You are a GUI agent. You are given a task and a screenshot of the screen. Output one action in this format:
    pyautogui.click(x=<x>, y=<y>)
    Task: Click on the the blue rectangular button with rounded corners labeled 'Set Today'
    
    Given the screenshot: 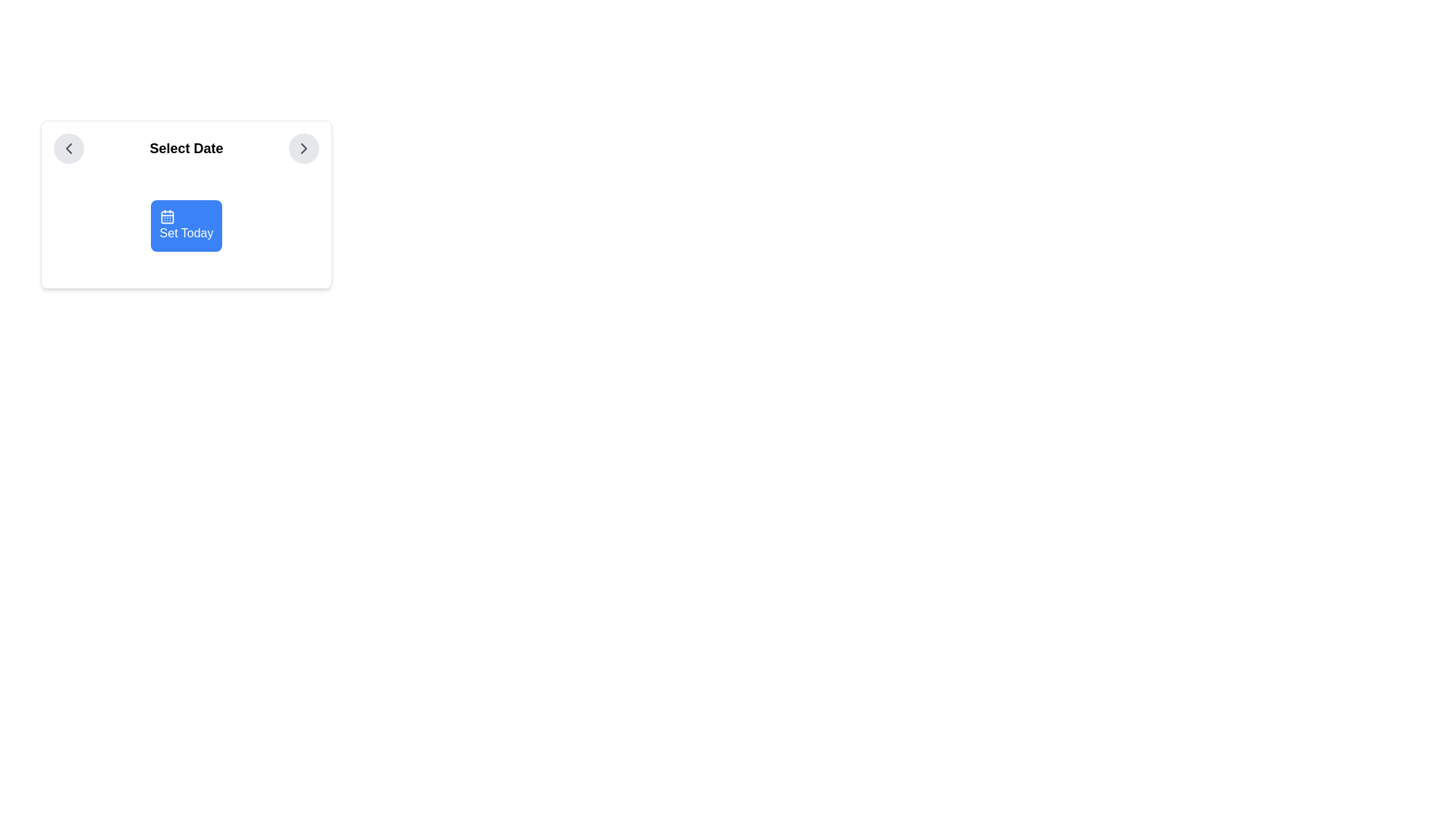 What is the action you would take?
    pyautogui.click(x=185, y=205)
    